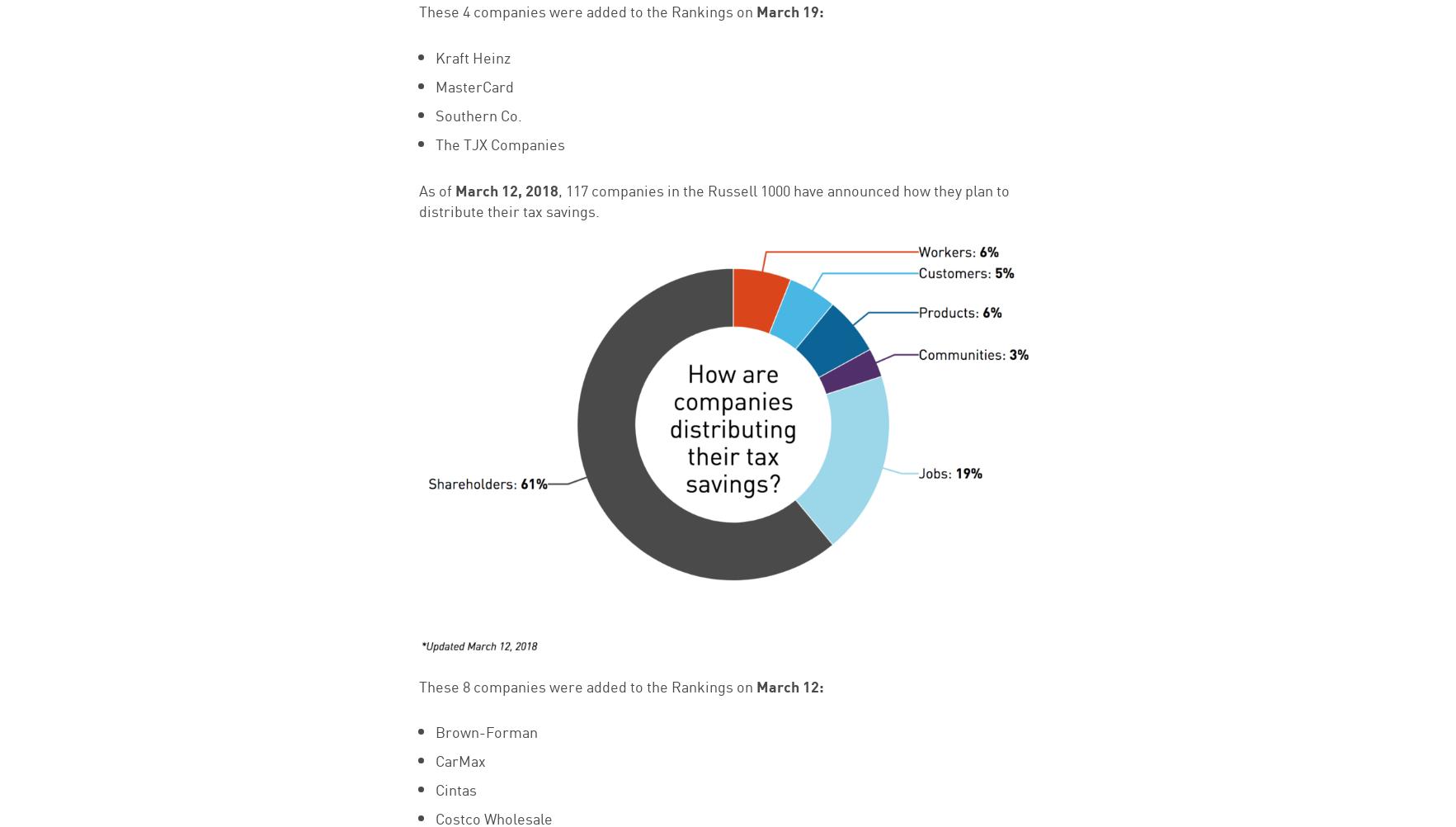  What do you see at coordinates (477, 112) in the screenshot?
I see `'Southern Co.'` at bounding box center [477, 112].